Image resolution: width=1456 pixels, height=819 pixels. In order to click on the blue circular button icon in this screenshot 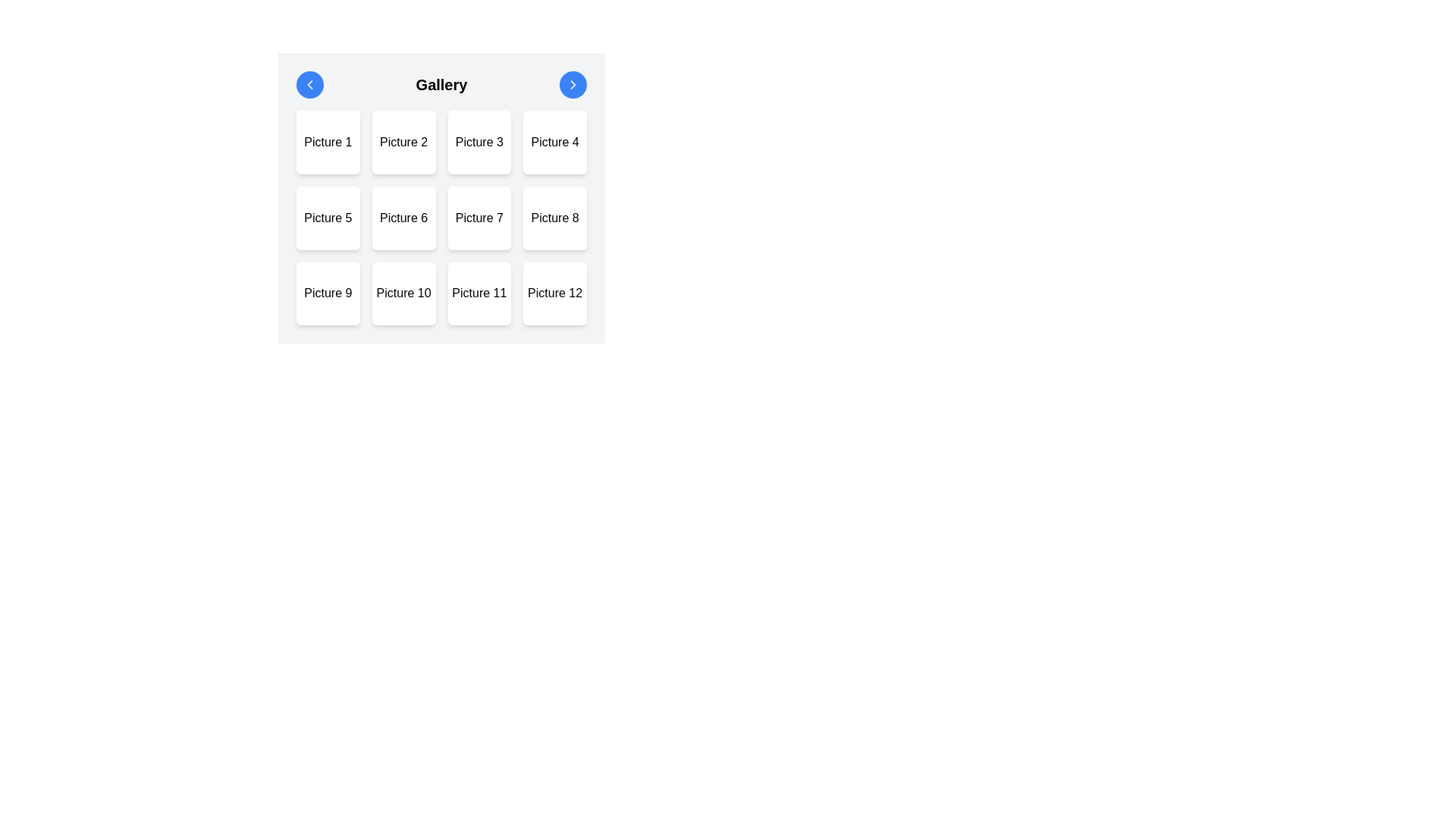, I will do `click(572, 84)`.